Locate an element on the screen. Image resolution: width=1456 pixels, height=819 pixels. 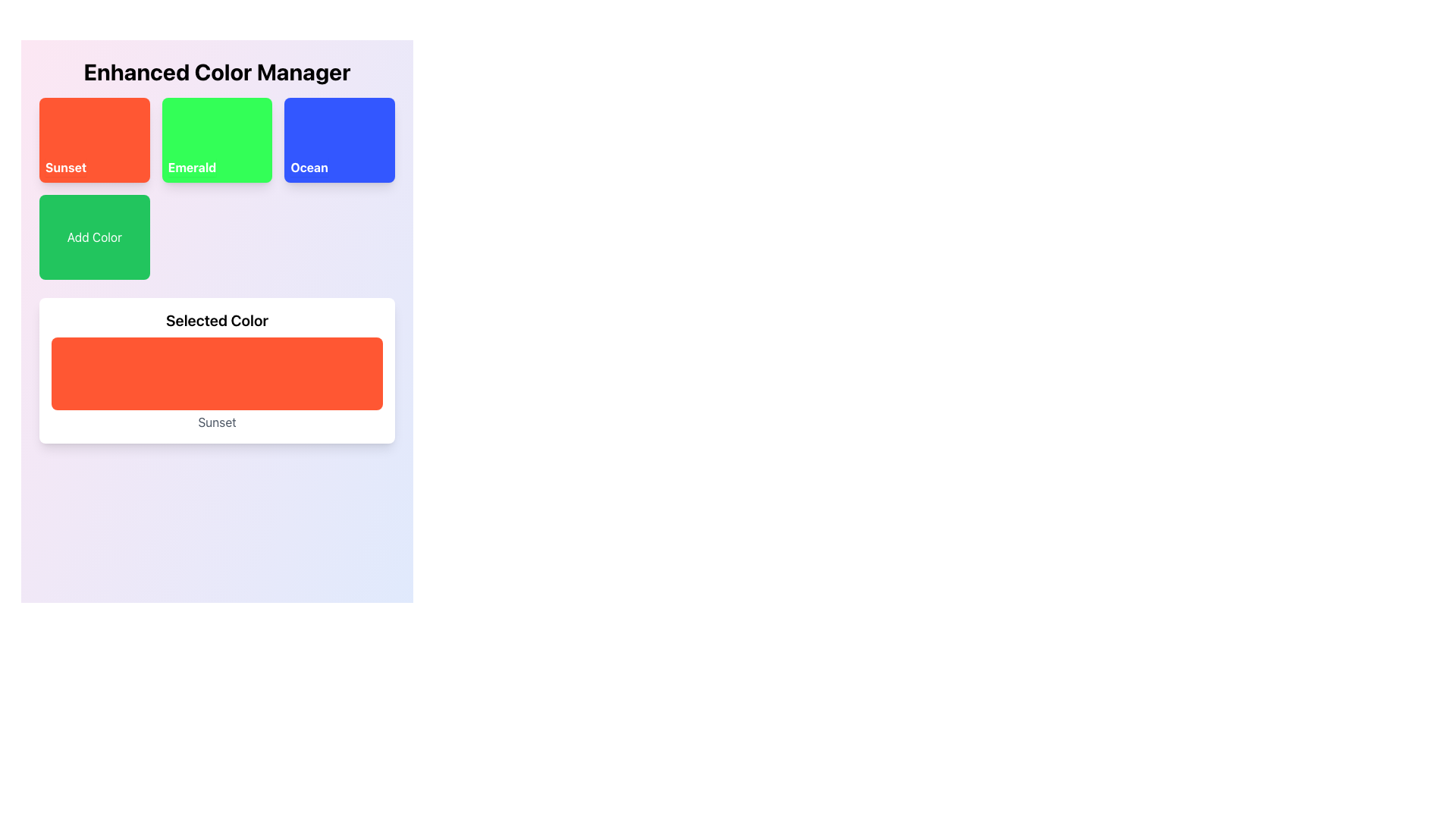
the 'Ocean' color button located in the top-right corner of the color selection grid is located at coordinates (339, 140).